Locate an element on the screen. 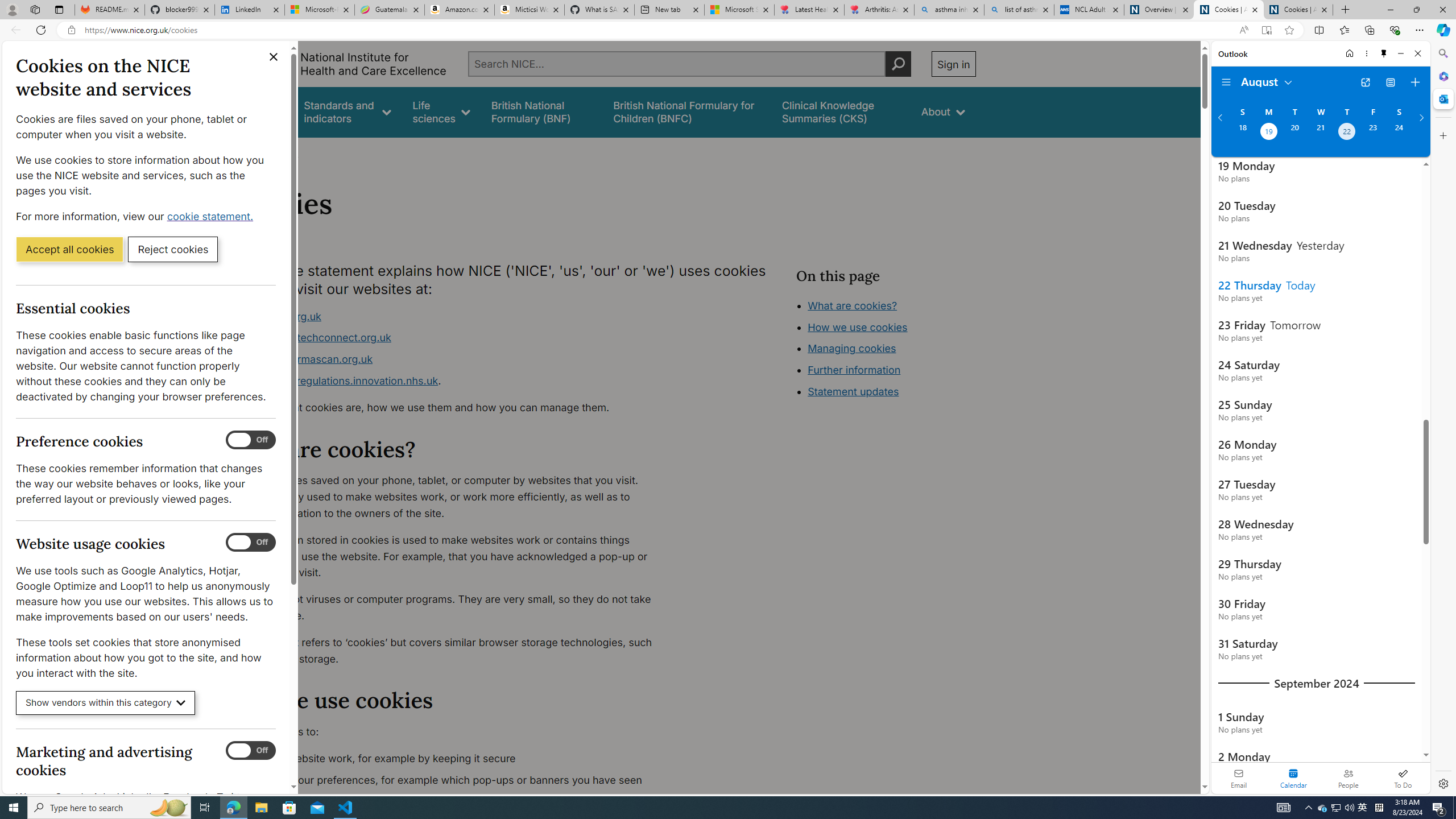  'Statement updates' is located at coordinates (853, 392).